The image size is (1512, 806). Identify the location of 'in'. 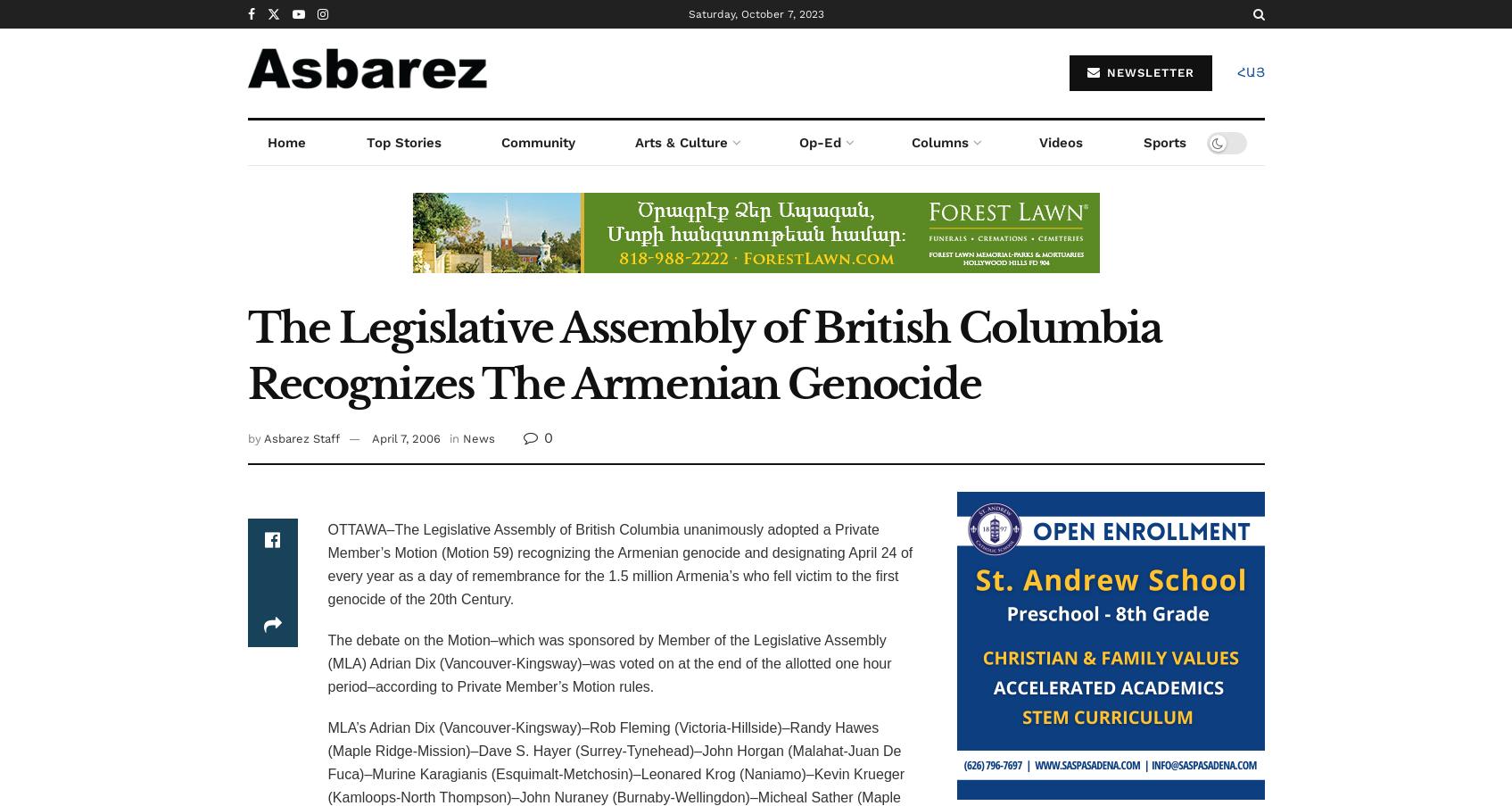
(452, 438).